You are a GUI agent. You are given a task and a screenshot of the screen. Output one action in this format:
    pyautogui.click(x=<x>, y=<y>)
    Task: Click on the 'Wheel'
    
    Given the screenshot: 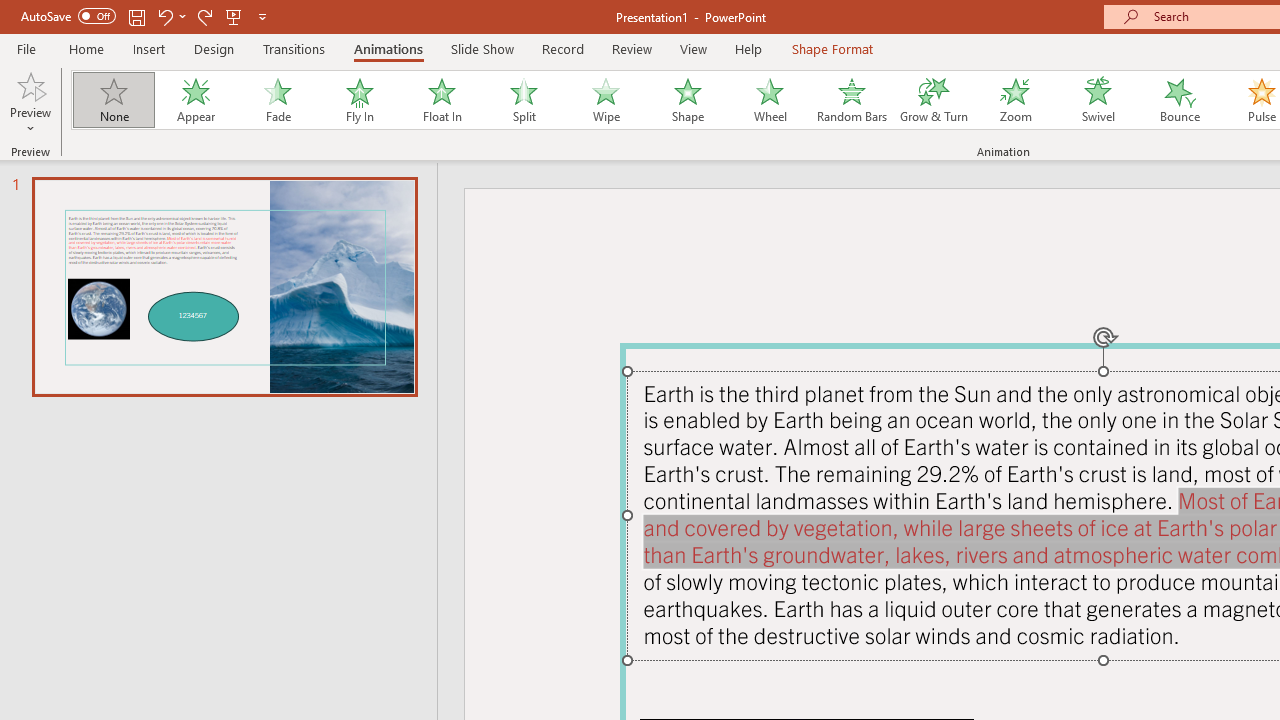 What is the action you would take?
    pyautogui.click(x=769, y=100)
    